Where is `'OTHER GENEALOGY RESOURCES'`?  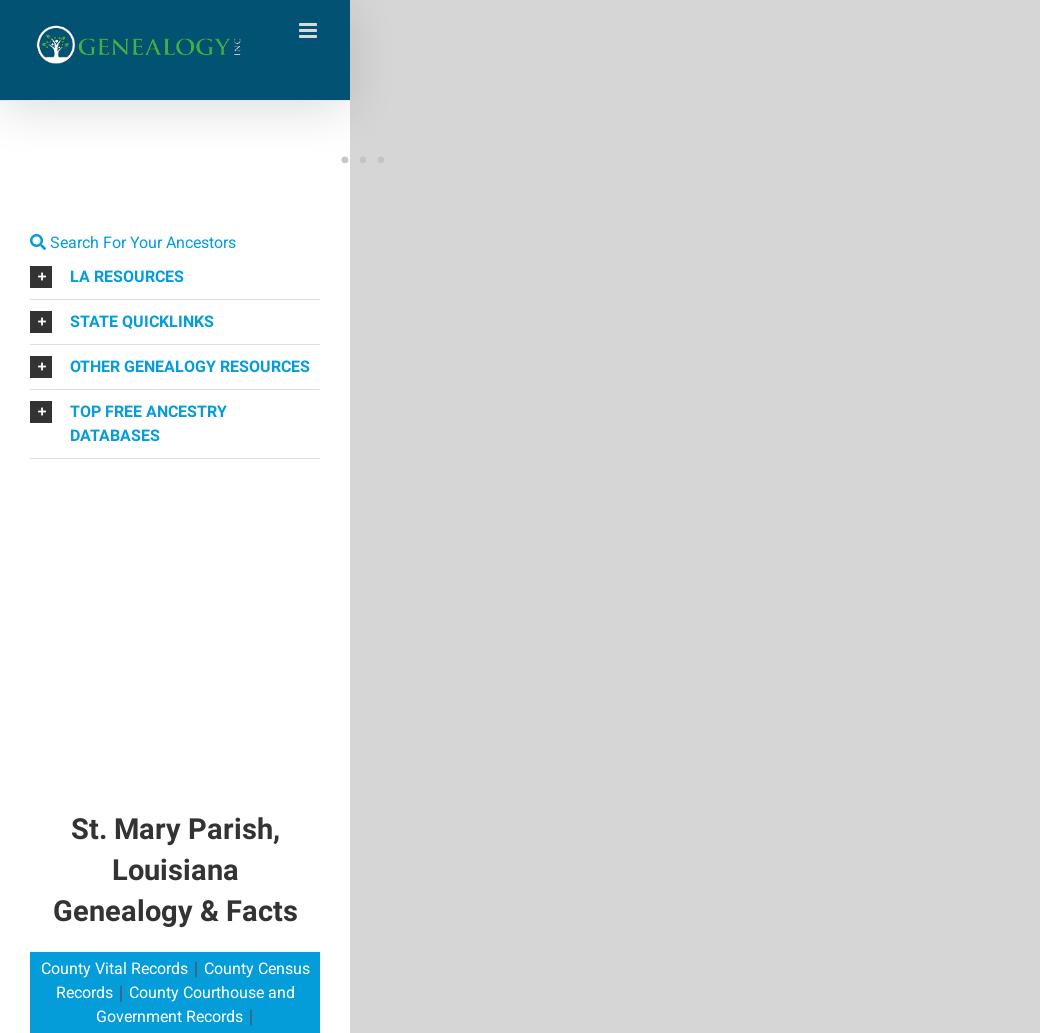
'OTHER GENEALOGY RESOURCES' is located at coordinates (190, 365).